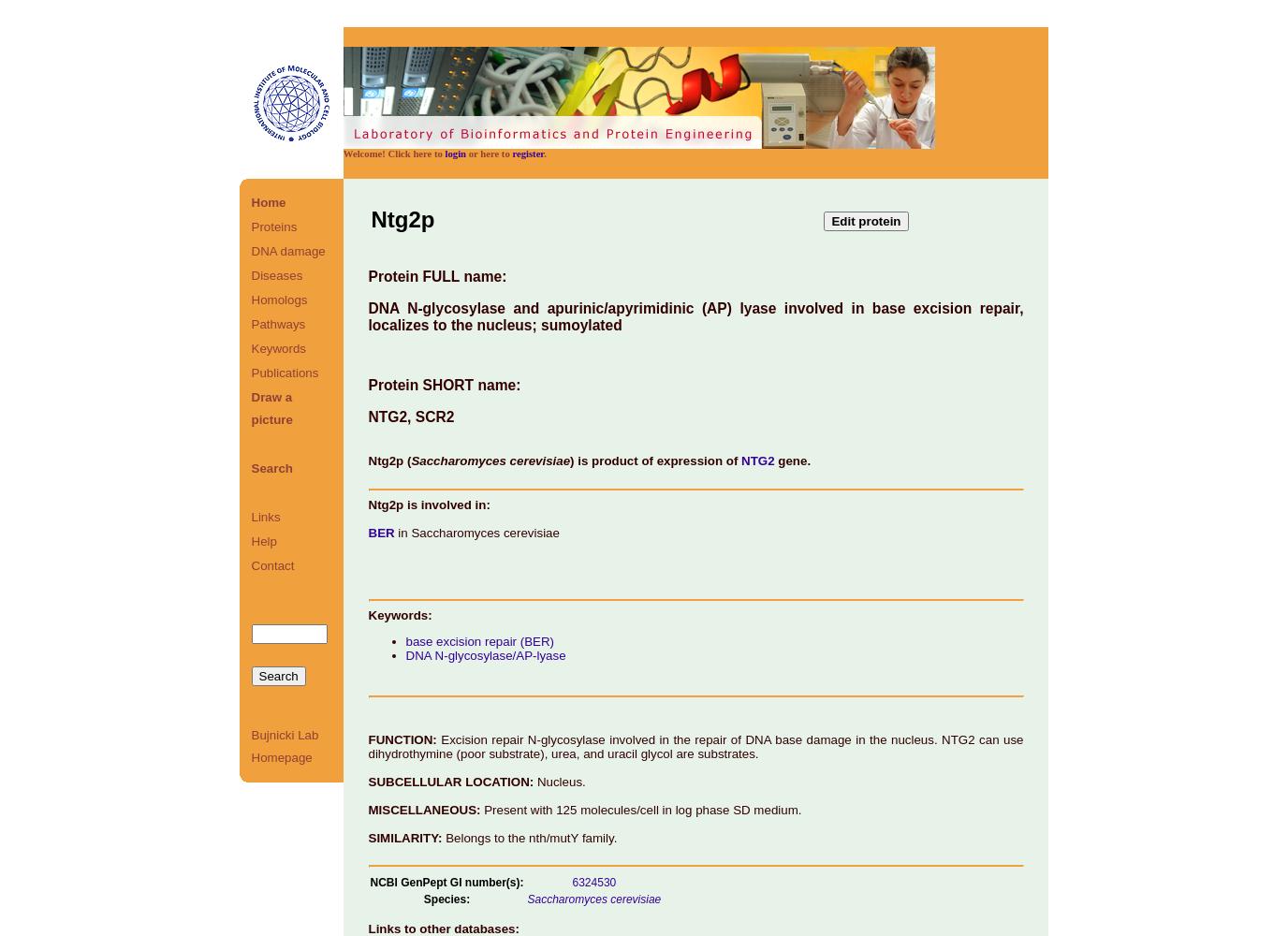 The height and width of the screenshot is (936, 1288). What do you see at coordinates (279, 299) in the screenshot?
I see `'Homologs'` at bounding box center [279, 299].